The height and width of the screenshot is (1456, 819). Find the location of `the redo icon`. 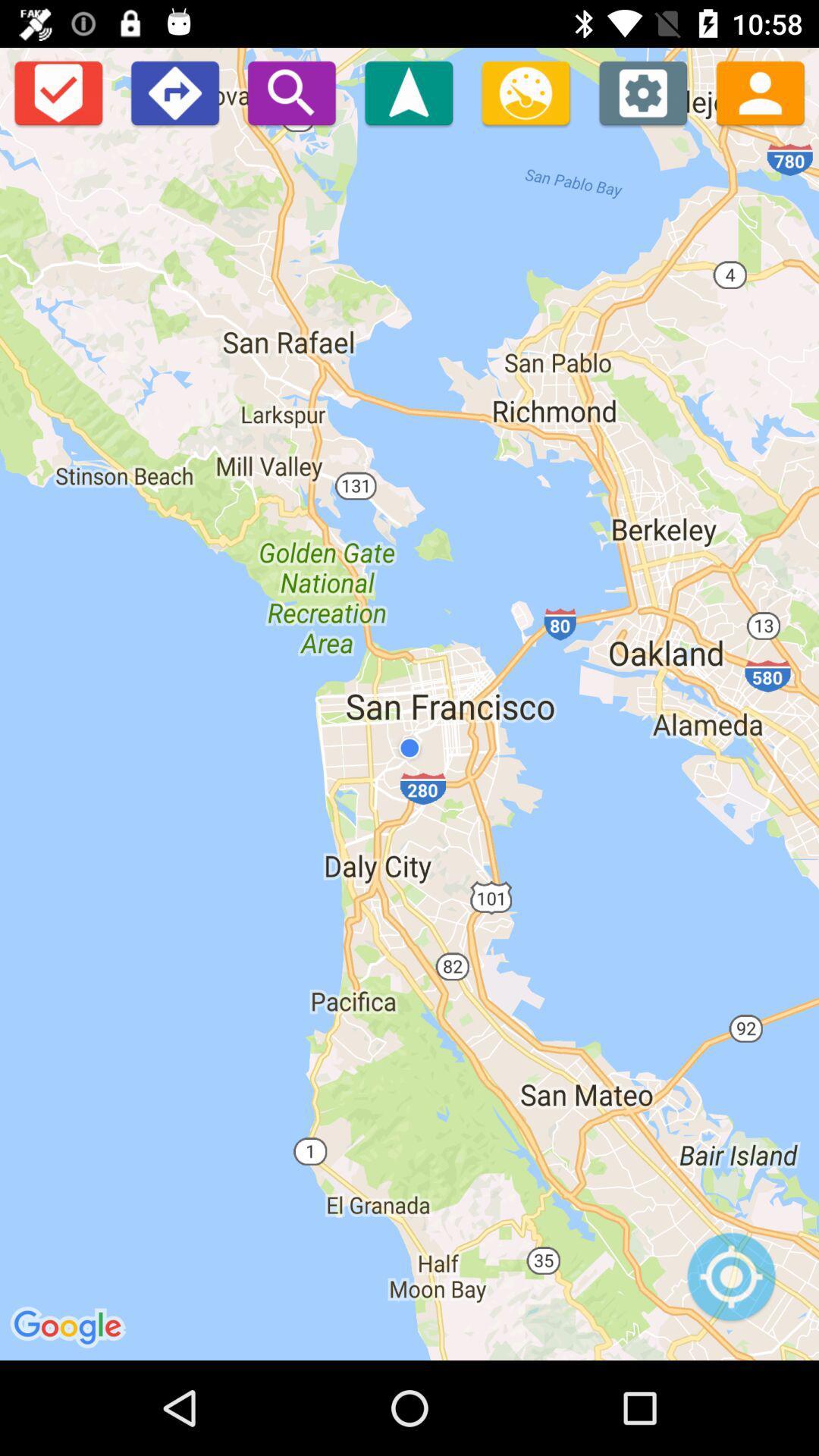

the redo icon is located at coordinates (174, 92).